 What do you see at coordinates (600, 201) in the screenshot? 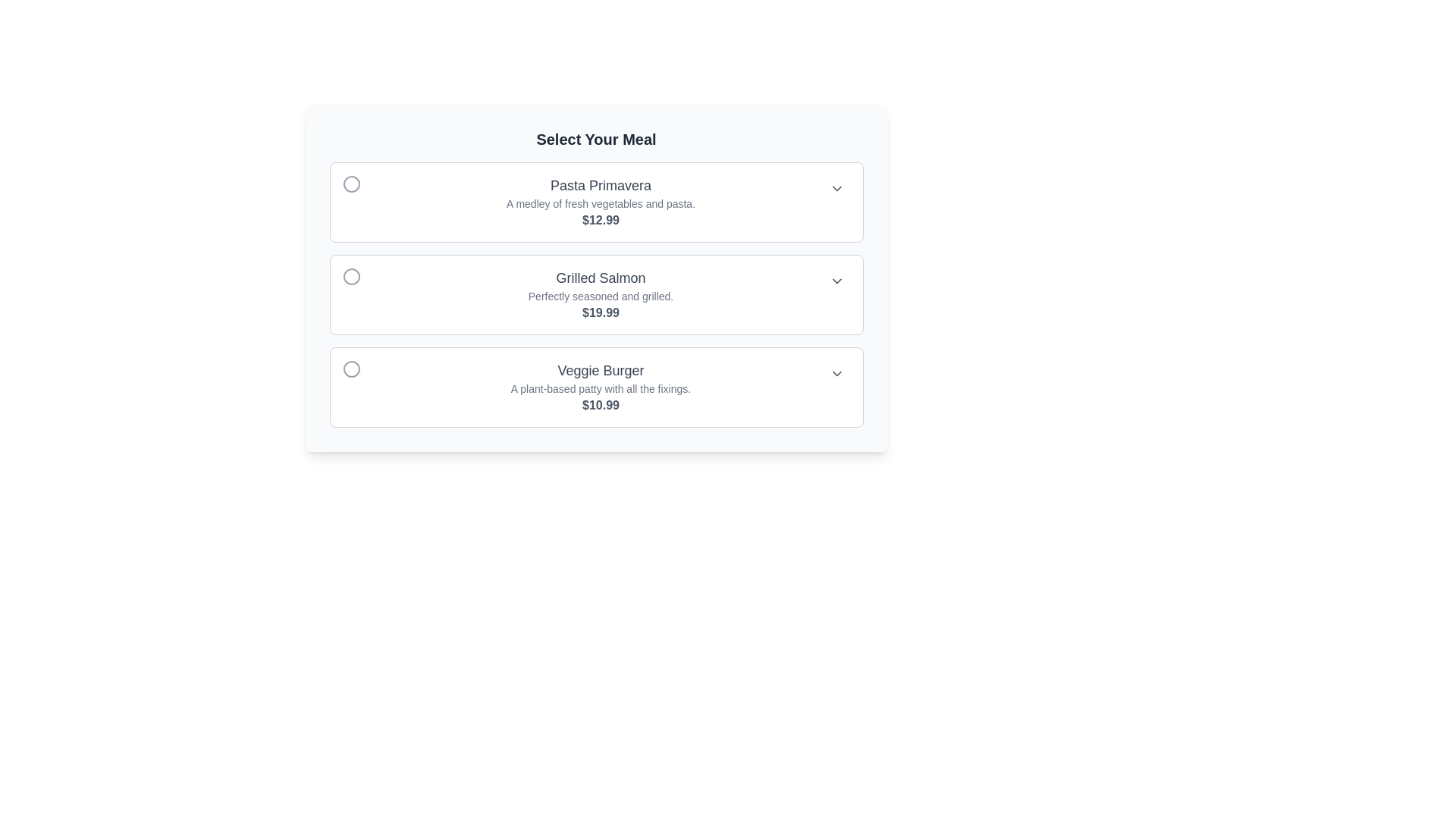
I see `the text block displaying information about the meal option 'Pasta Primavera', which includes its title, description, and price, located in the first option box of the meal choices list` at bounding box center [600, 201].